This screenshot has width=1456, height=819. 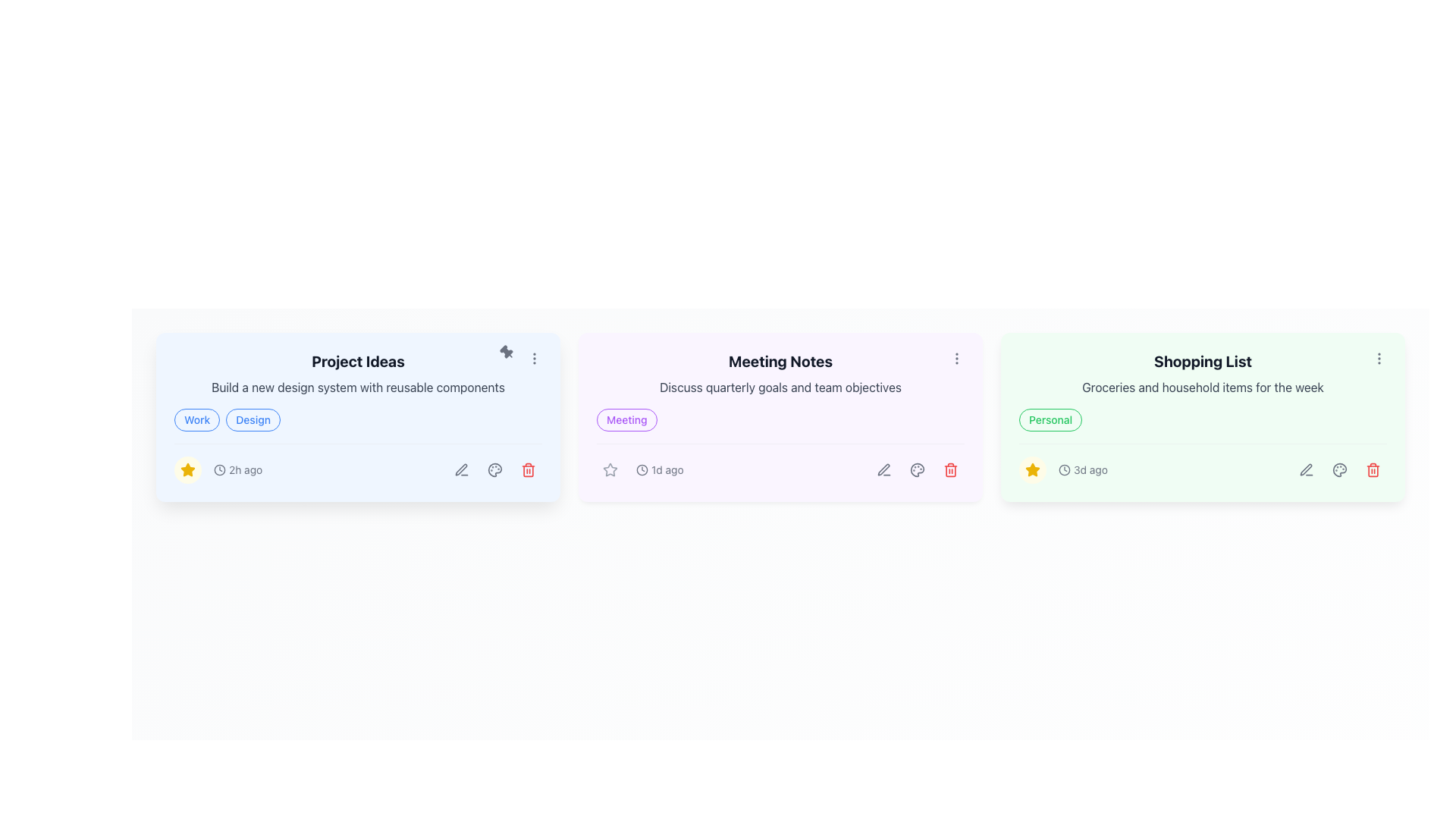 I want to click on the edit icon button located in the bottom-right area of the 'Project Ideas' task card, so click(x=461, y=469).